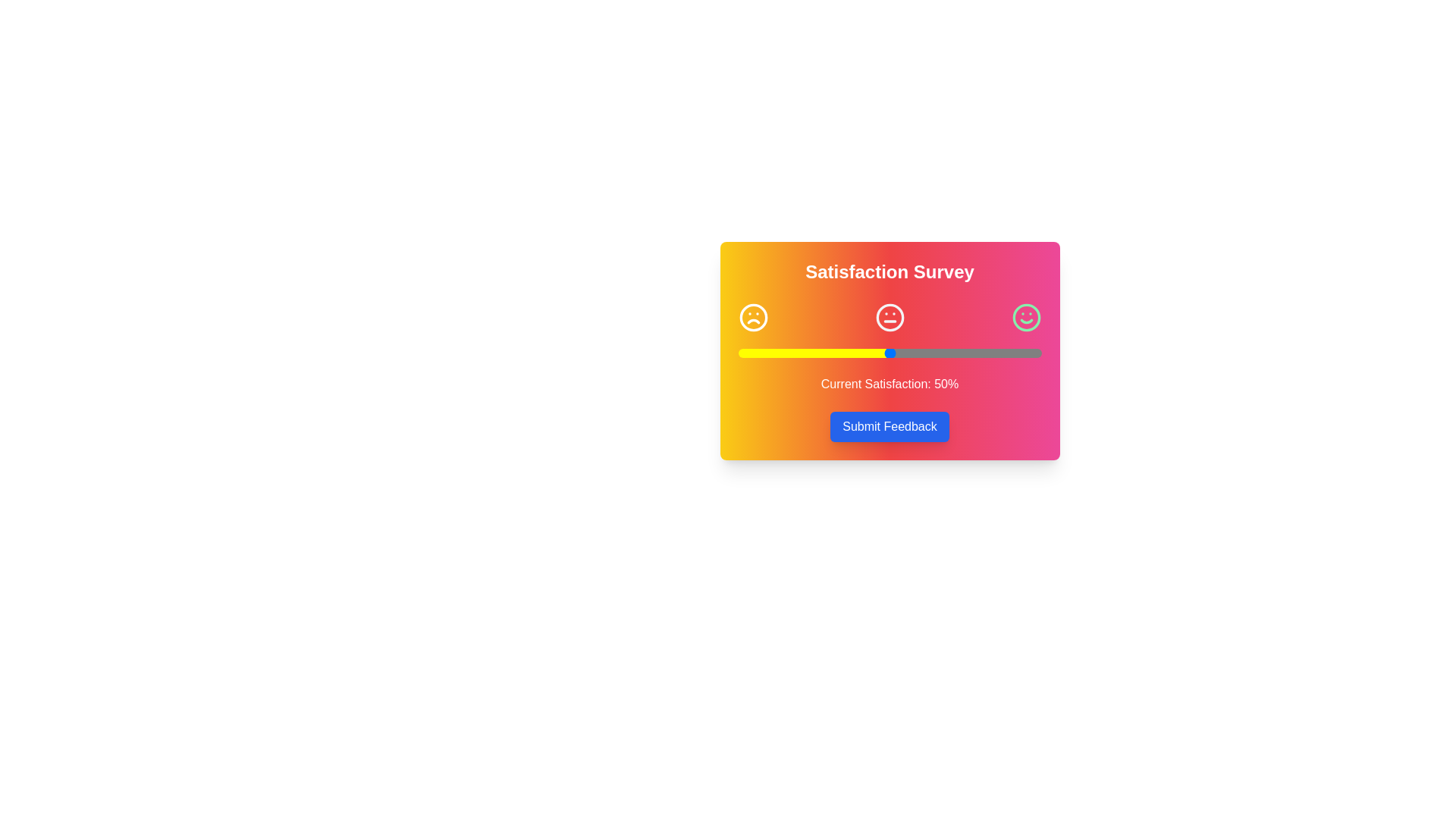 The height and width of the screenshot is (819, 1456). What do you see at coordinates (977, 353) in the screenshot?
I see `the slider to 79% satisfaction` at bounding box center [977, 353].